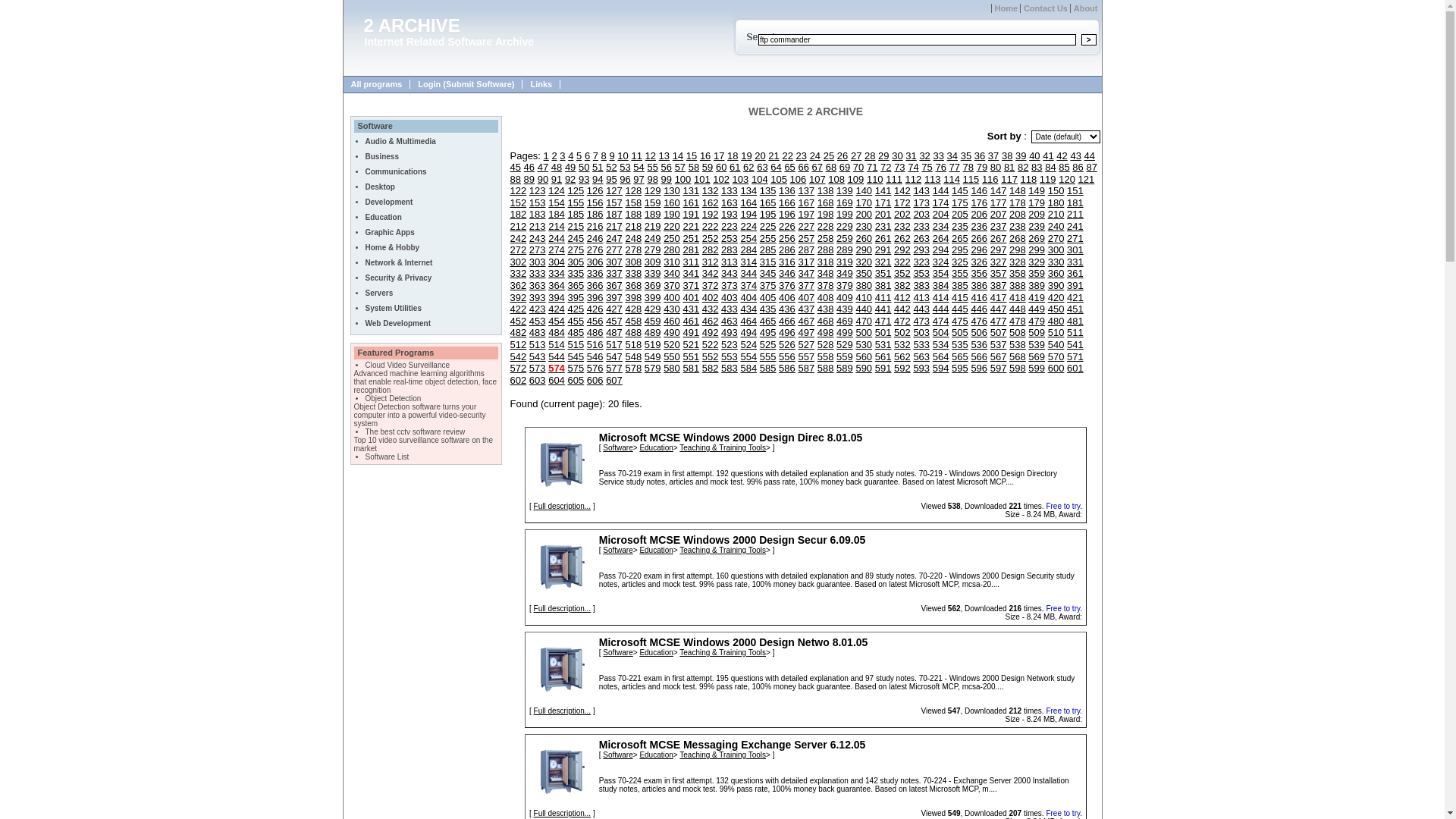 The width and height of the screenshot is (1456, 819). What do you see at coordinates (883, 155) in the screenshot?
I see `'29'` at bounding box center [883, 155].